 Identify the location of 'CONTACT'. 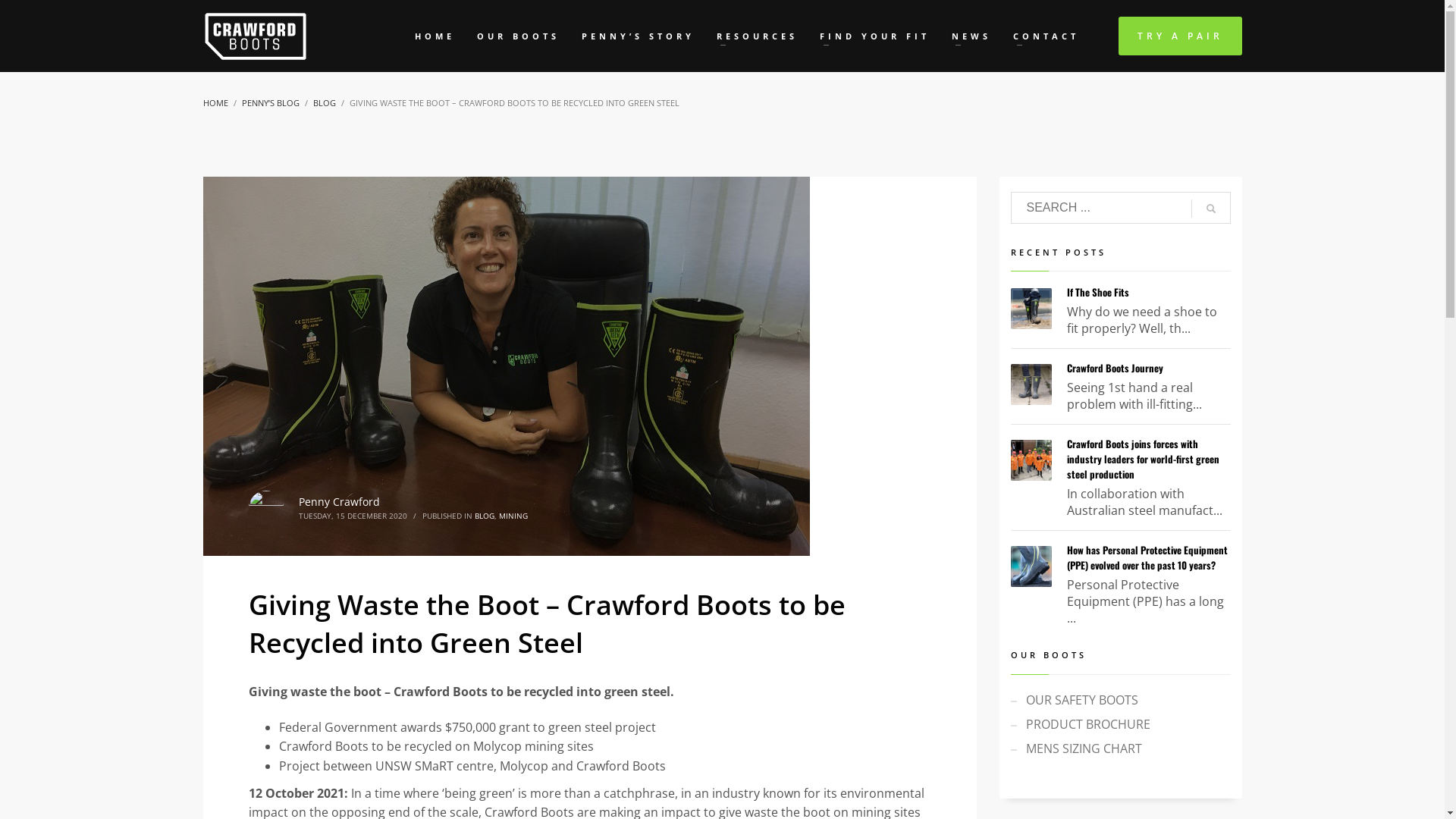
(1045, 34).